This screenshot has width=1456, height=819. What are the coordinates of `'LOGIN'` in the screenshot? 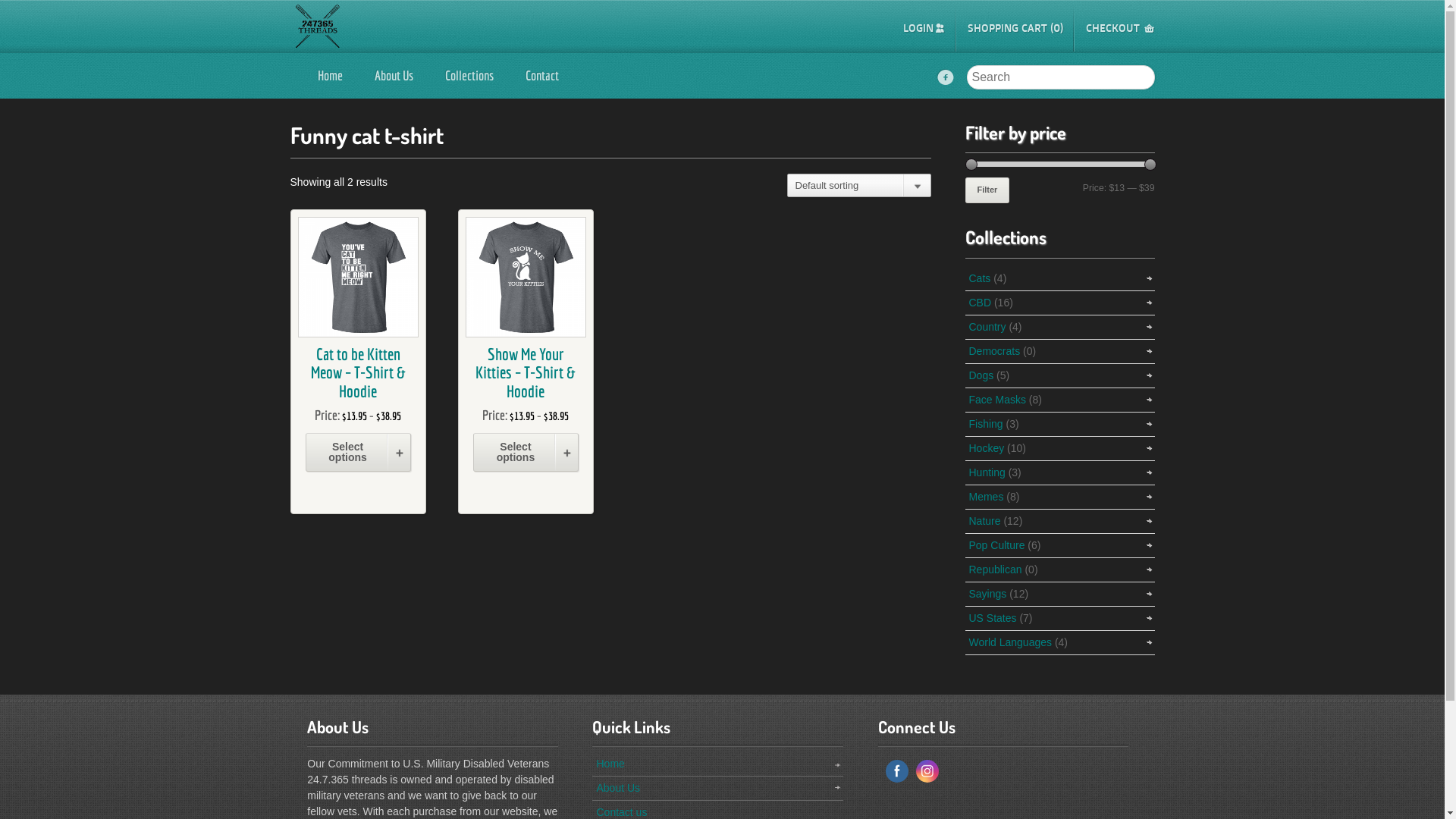 It's located at (922, 28).